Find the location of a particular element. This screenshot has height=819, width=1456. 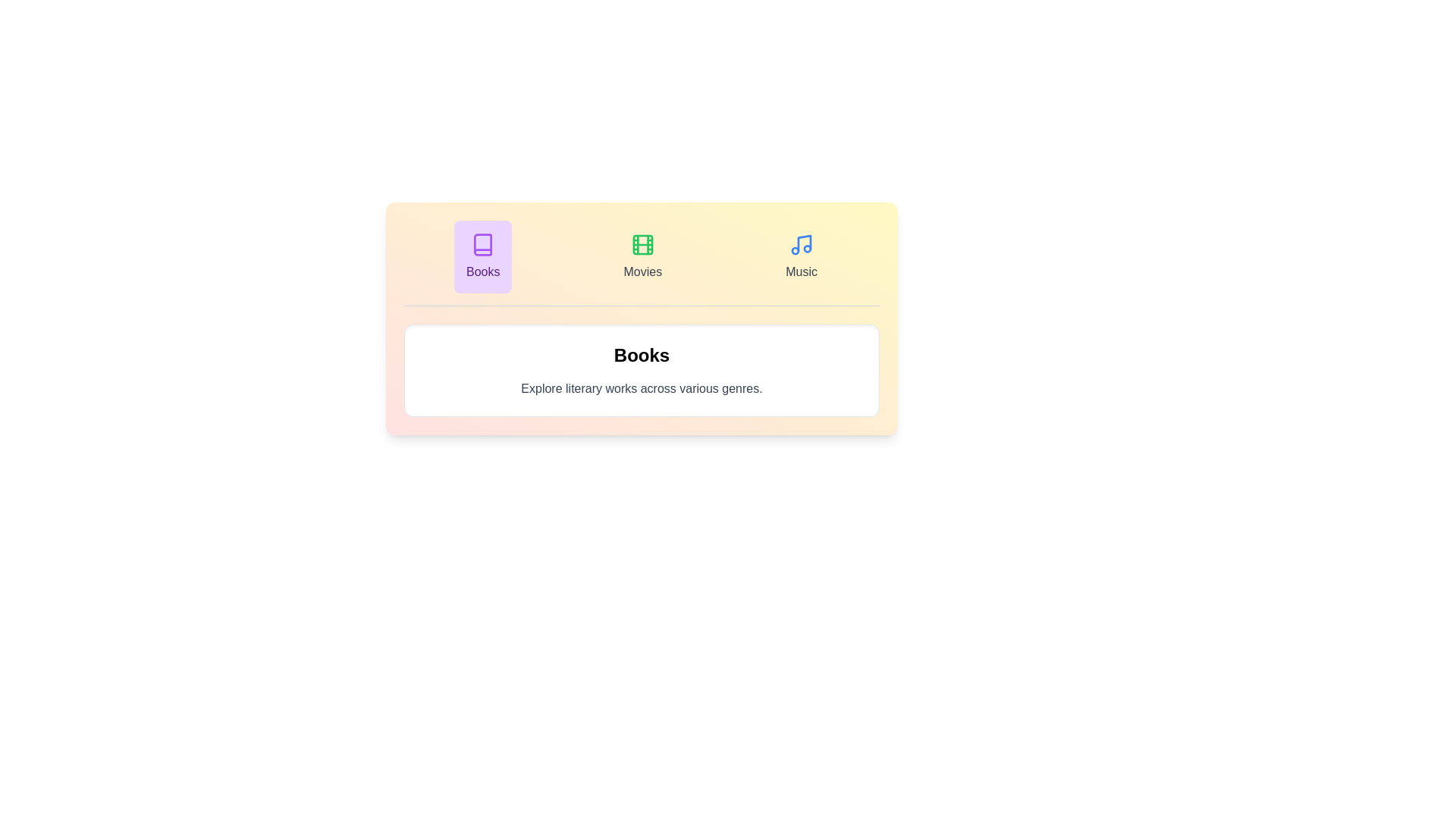

the 'Movies' tab to activate it is located at coordinates (642, 256).